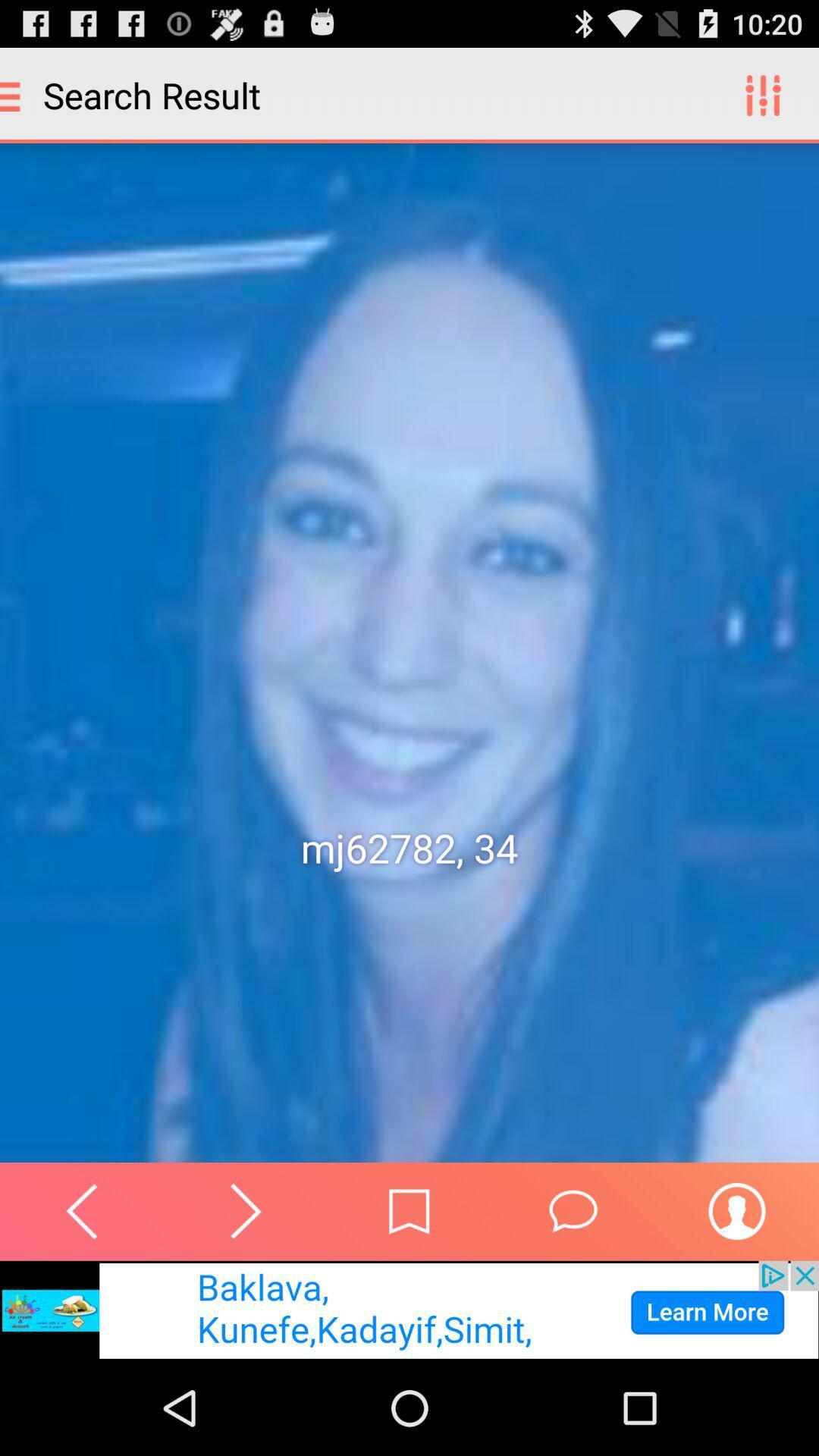 Image resolution: width=819 pixels, height=1456 pixels. Describe the element at coordinates (736, 1210) in the screenshot. I see `users` at that location.